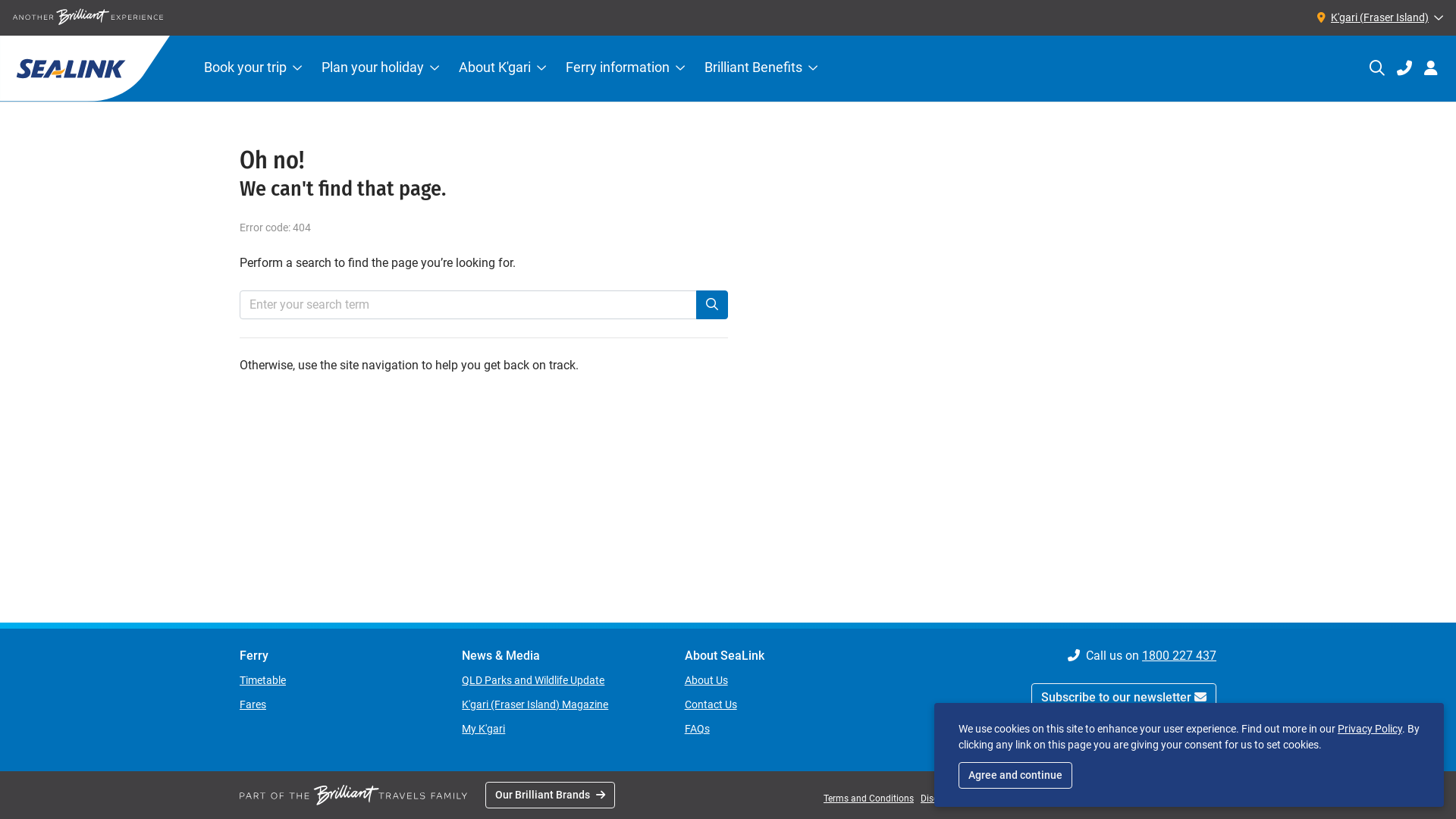 This screenshot has width=1456, height=819. What do you see at coordinates (461, 679) in the screenshot?
I see `'QLD Parks and Wildlife Update'` at bounding box center [461, 679].